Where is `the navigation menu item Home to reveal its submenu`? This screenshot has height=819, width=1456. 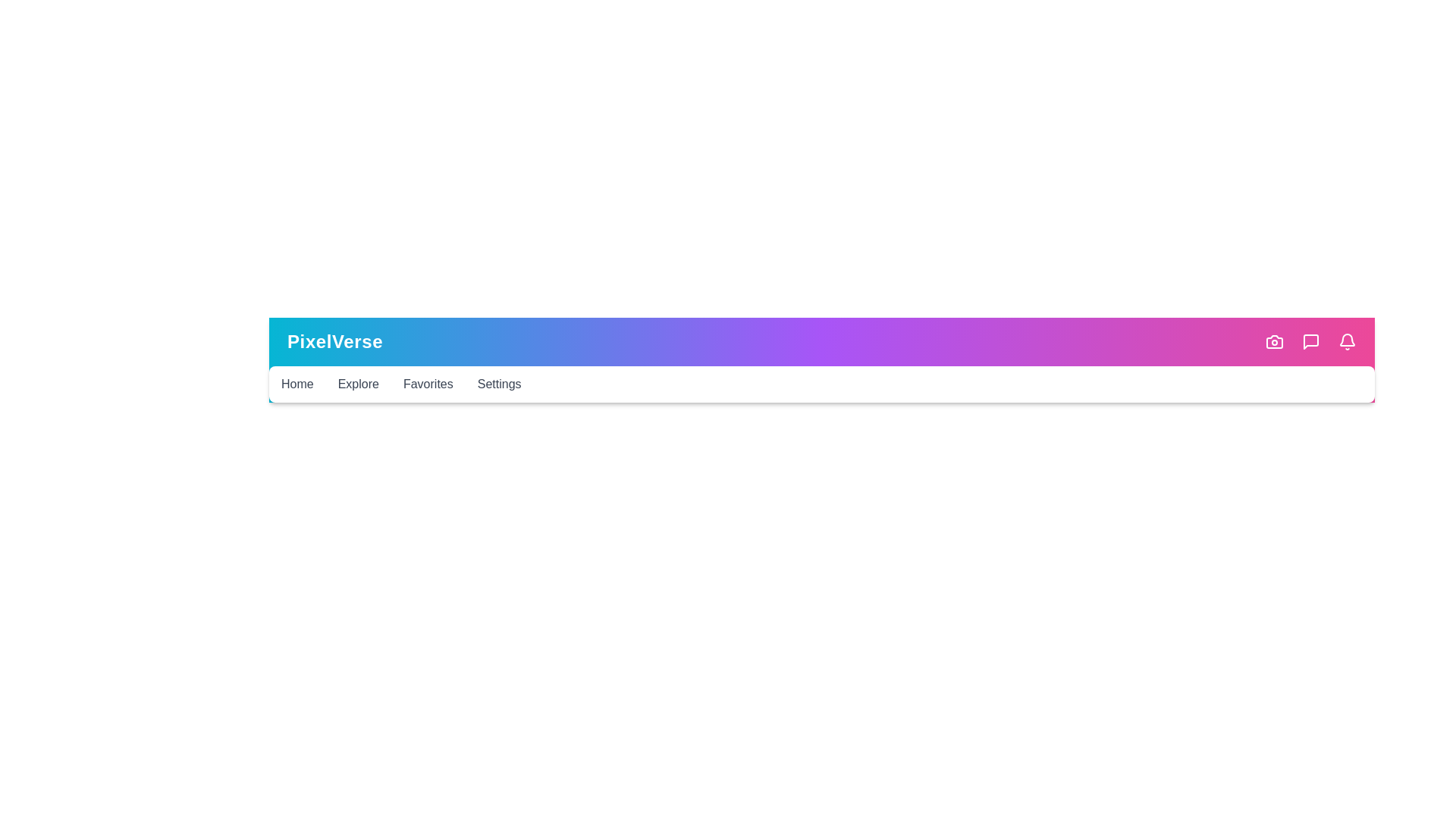
the navigation menu item Home to reveal its submenu is located at coordinates (297, 382).